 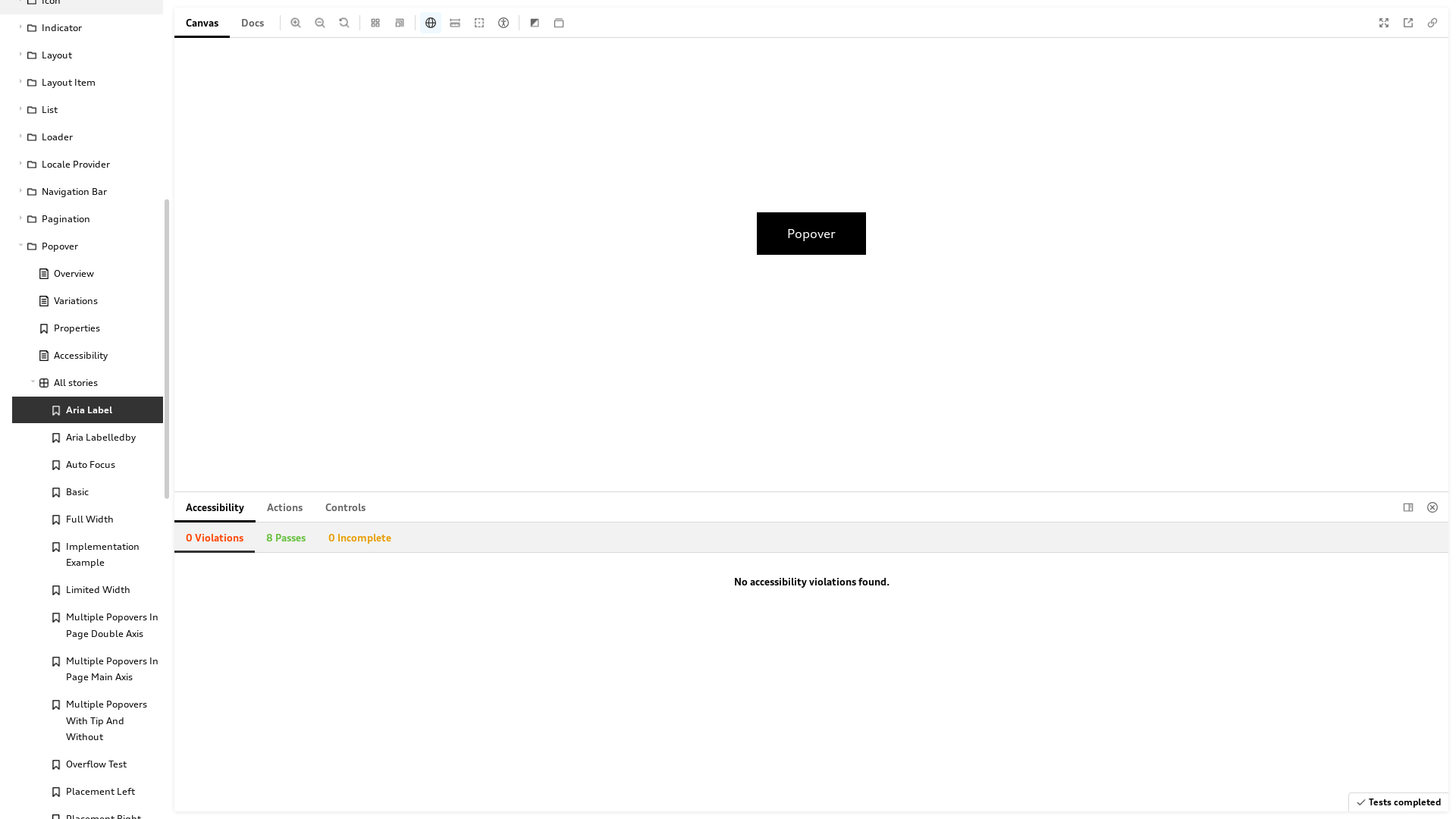 I want to click on 'Multiple Popovers With Tip And Without', so click(x=86, y=720).